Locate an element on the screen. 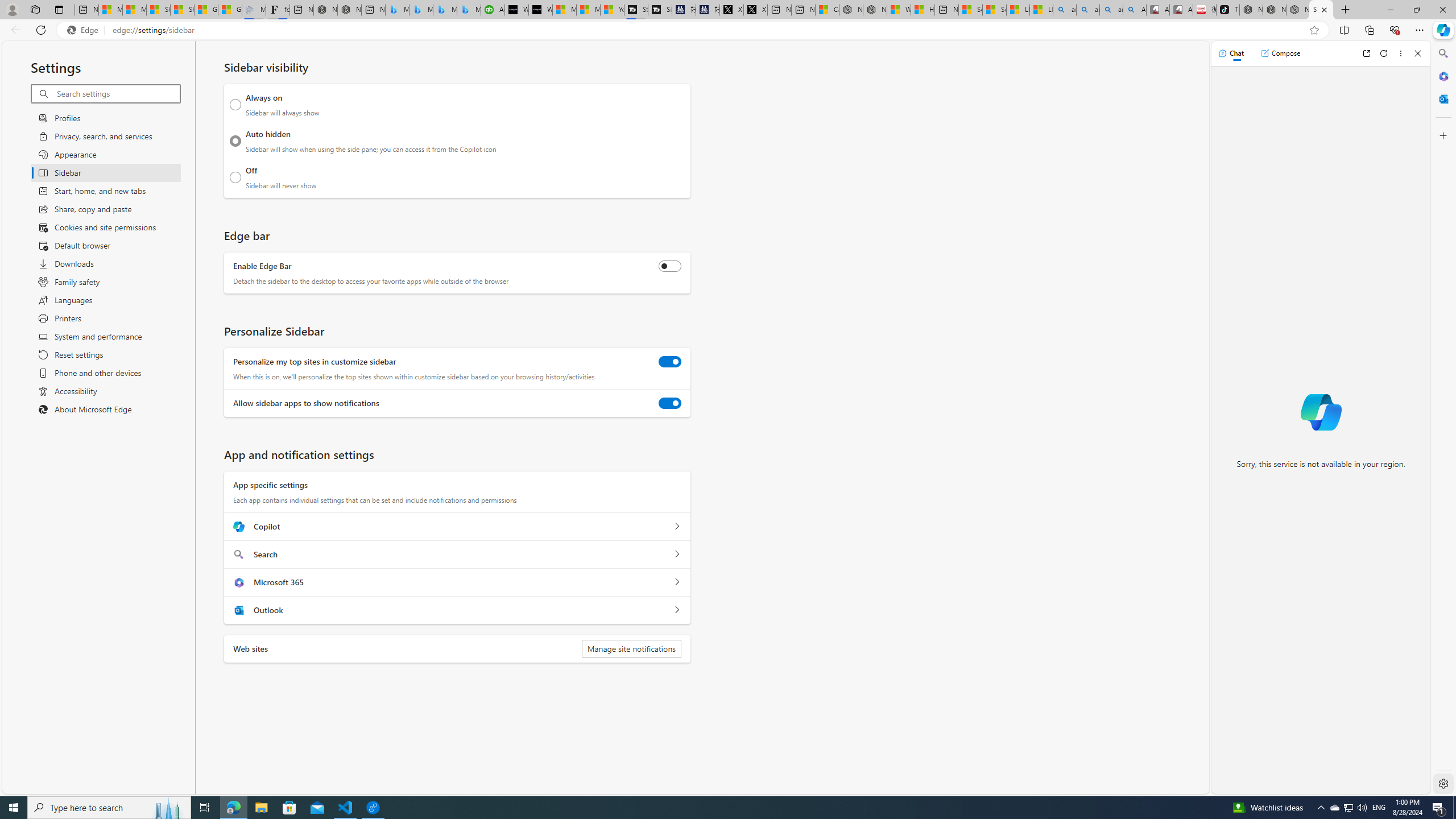  'Manage site notifications' is located at coordinates (630, 648).